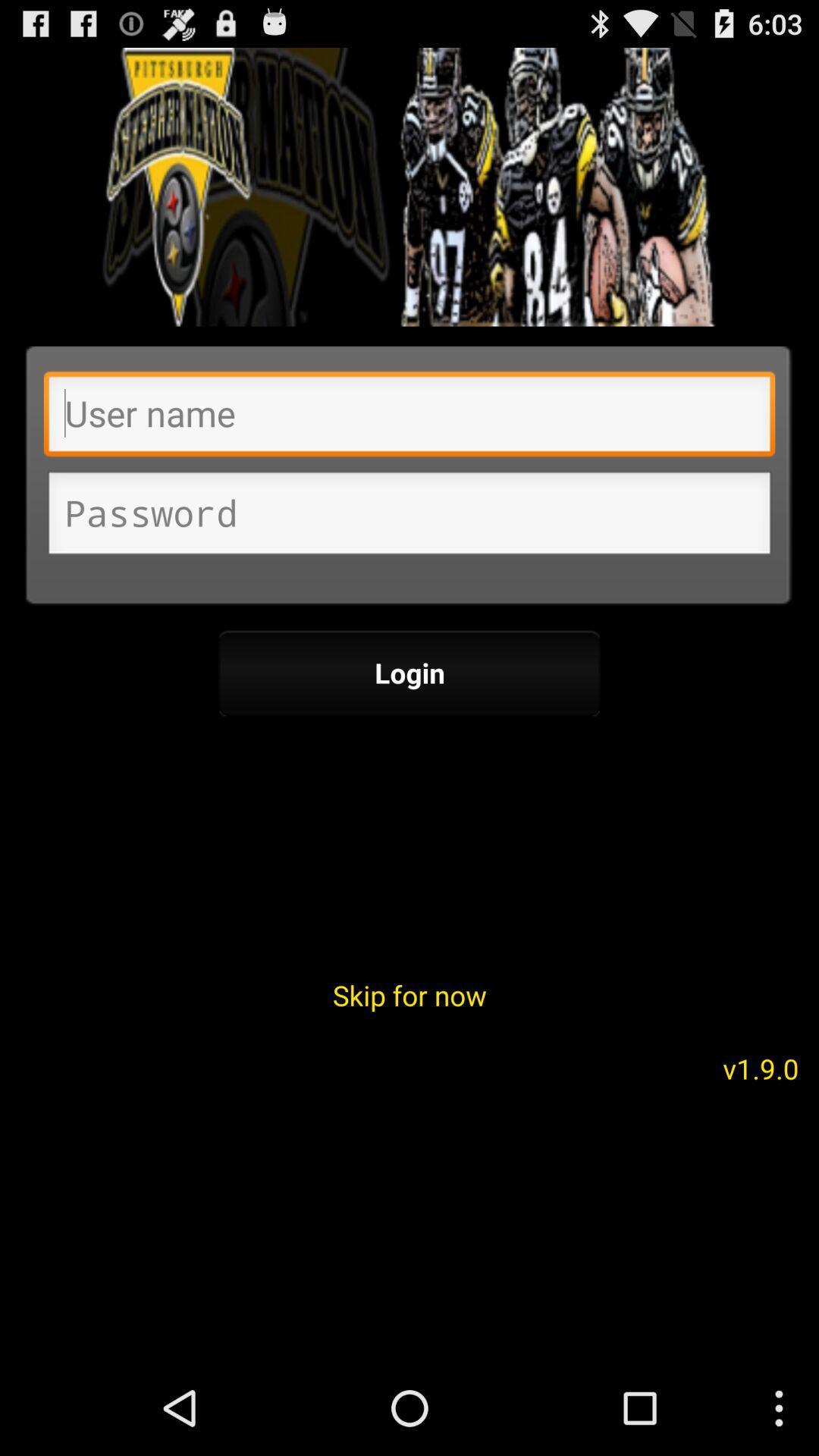  Describe the element at coordinates (409, 672) in the screenshot. I see `the icon above skip for now icon` at that location.